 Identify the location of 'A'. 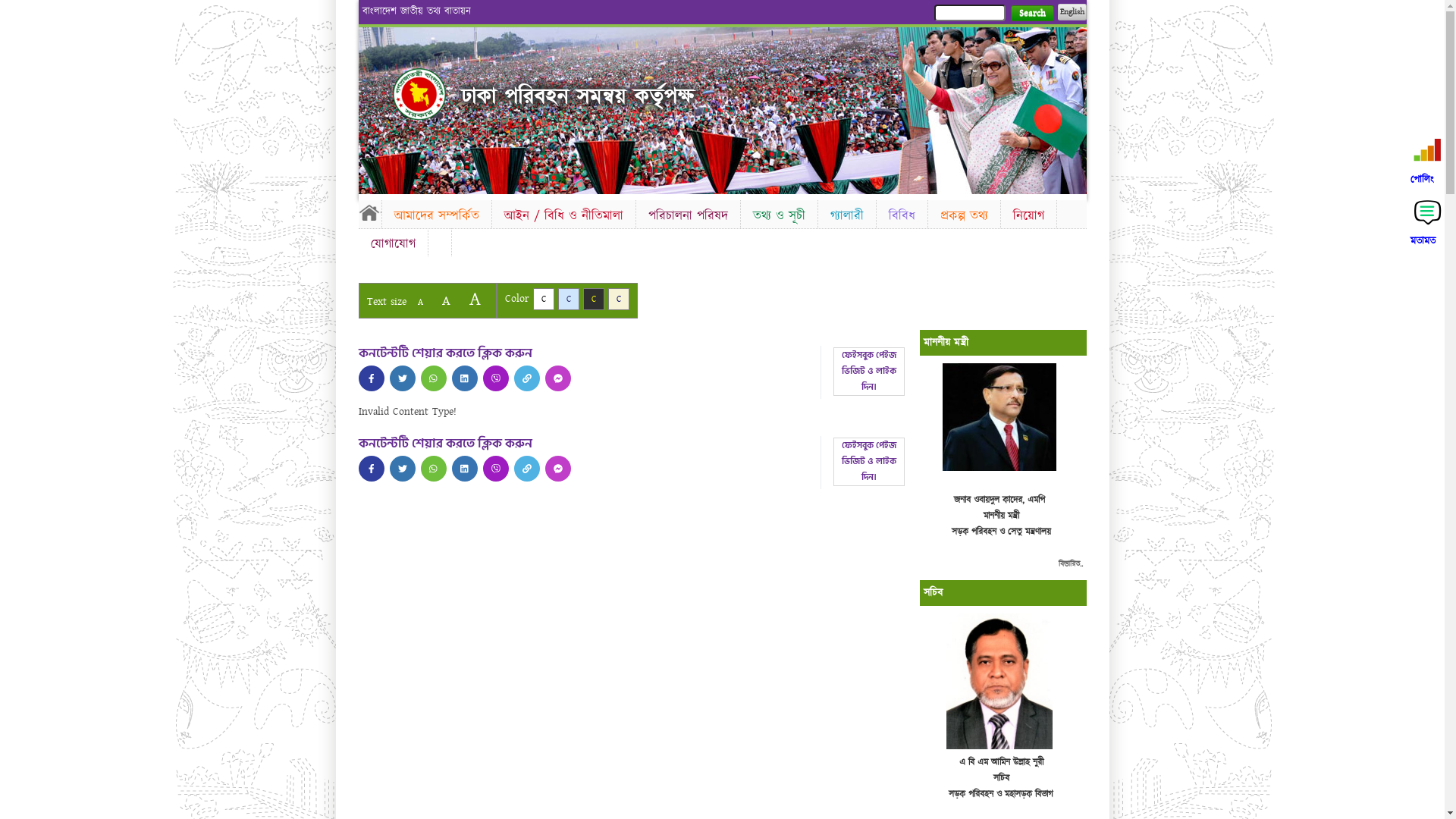
(419, 302).